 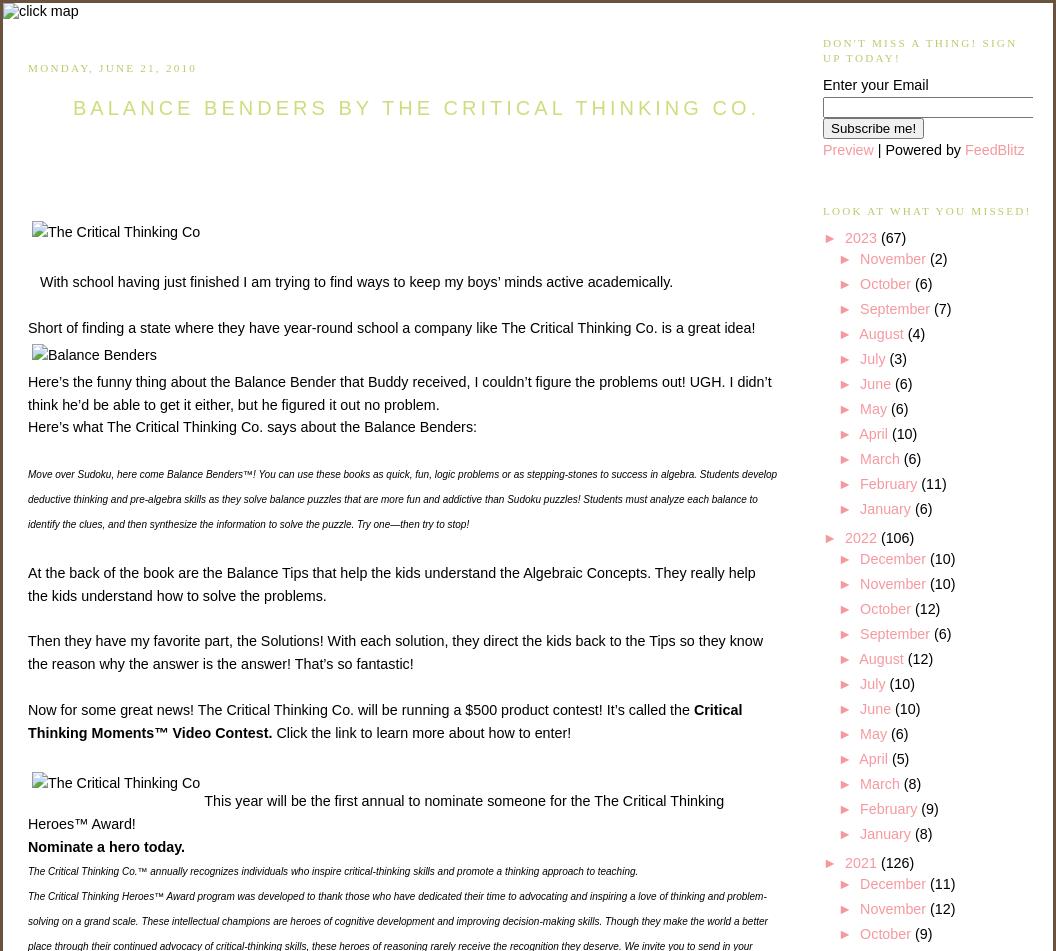 I want to click on '2022', so click(x=861, y=536).